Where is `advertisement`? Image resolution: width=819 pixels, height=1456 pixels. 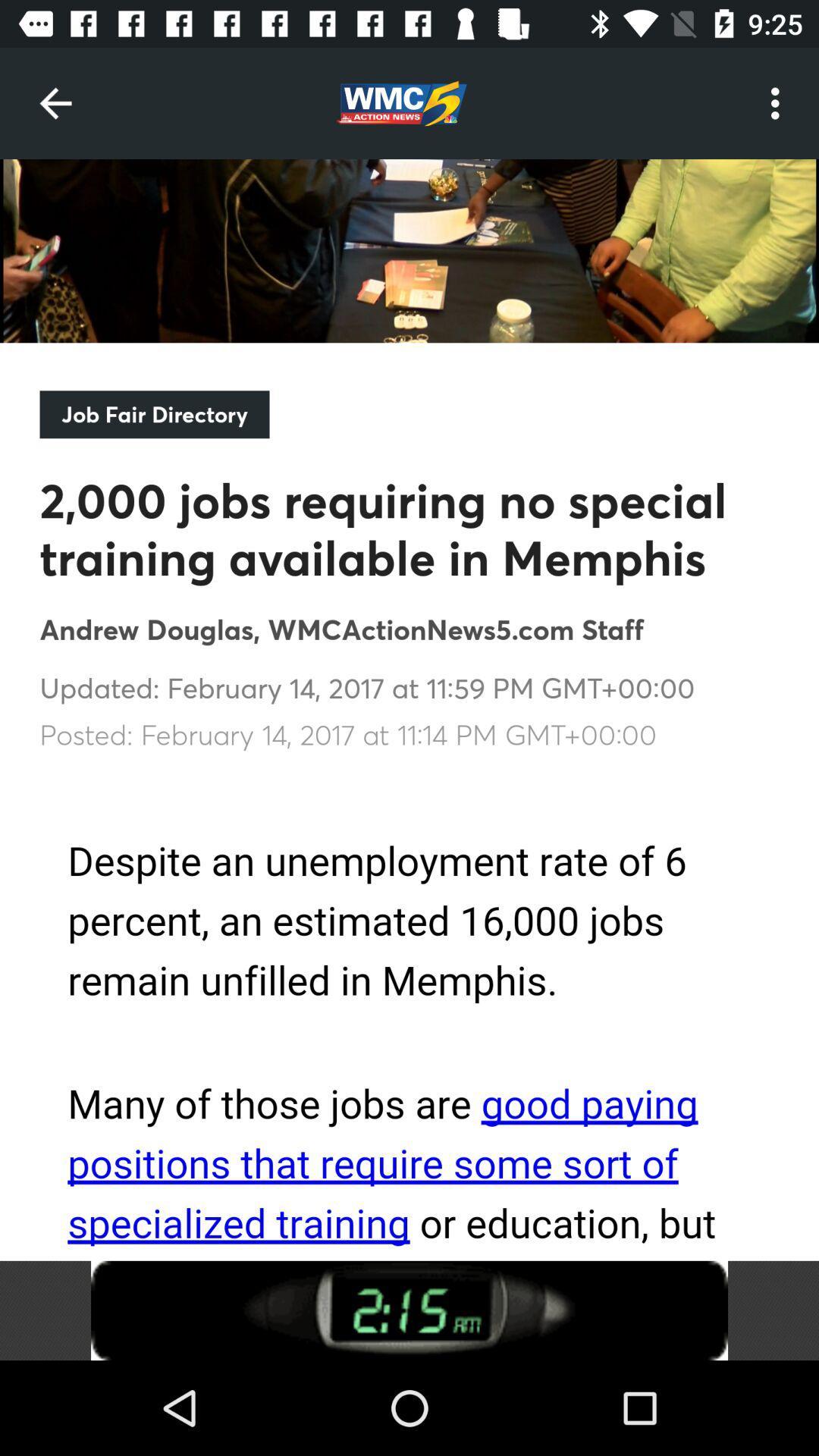 advertisement is located at coordinates (409, 1310).